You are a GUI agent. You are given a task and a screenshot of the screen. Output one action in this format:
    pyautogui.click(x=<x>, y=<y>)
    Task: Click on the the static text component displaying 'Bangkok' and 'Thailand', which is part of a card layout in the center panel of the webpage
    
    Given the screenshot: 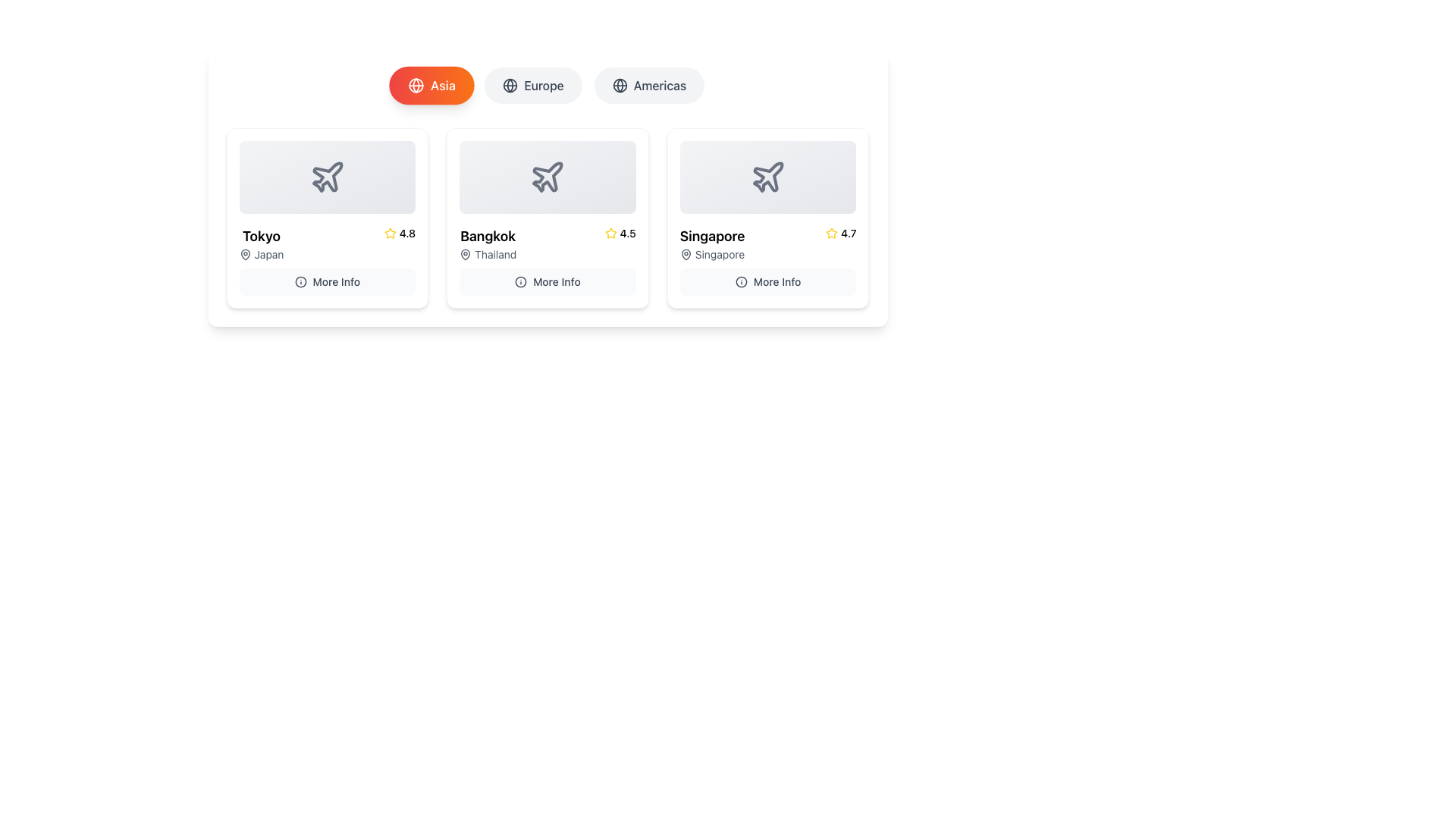 What is the action you would take?
    pyautogui.click(x=488, y=243)
    